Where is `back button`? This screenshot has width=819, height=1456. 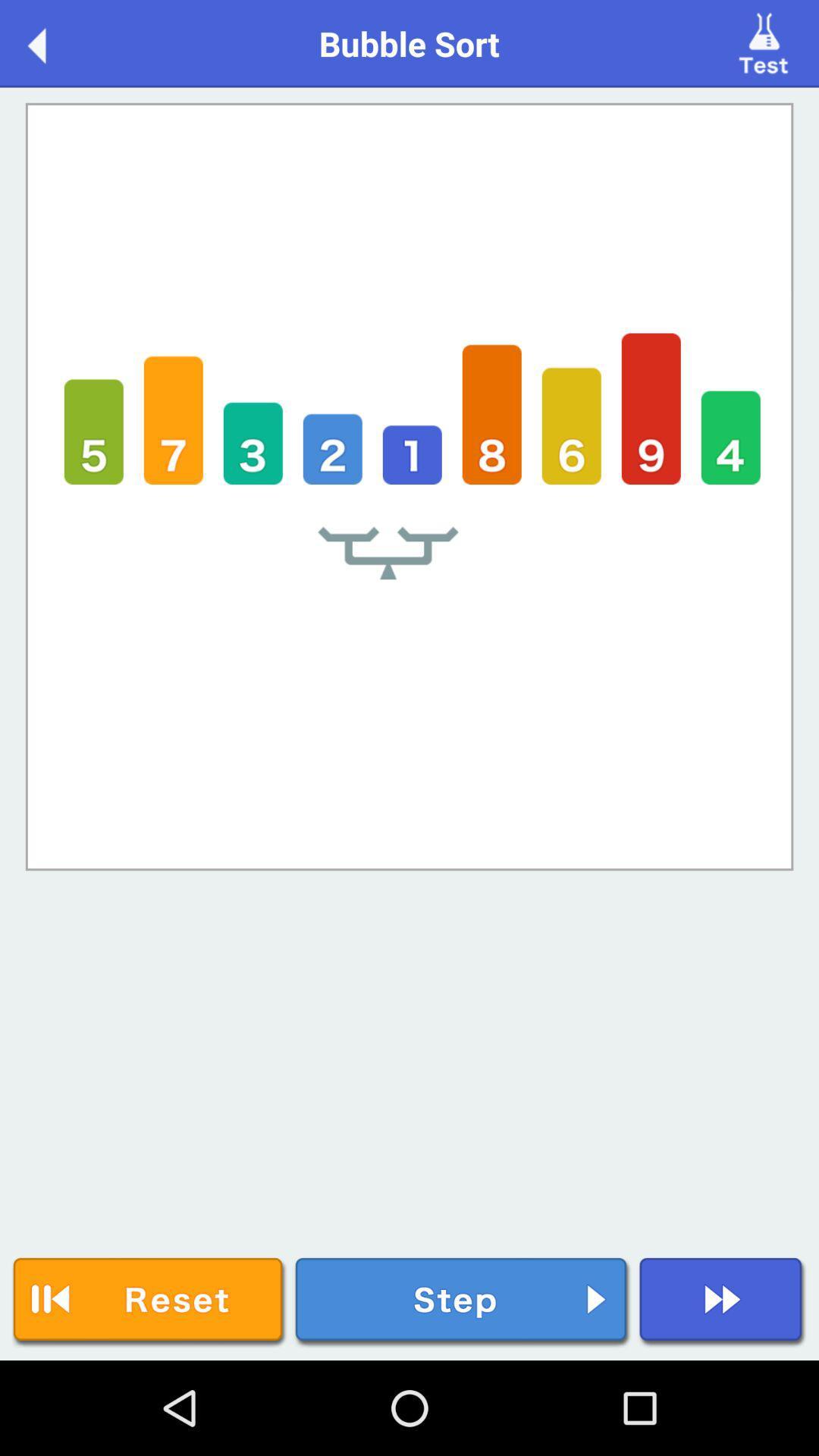 back button is located at coordinates (52, 42).